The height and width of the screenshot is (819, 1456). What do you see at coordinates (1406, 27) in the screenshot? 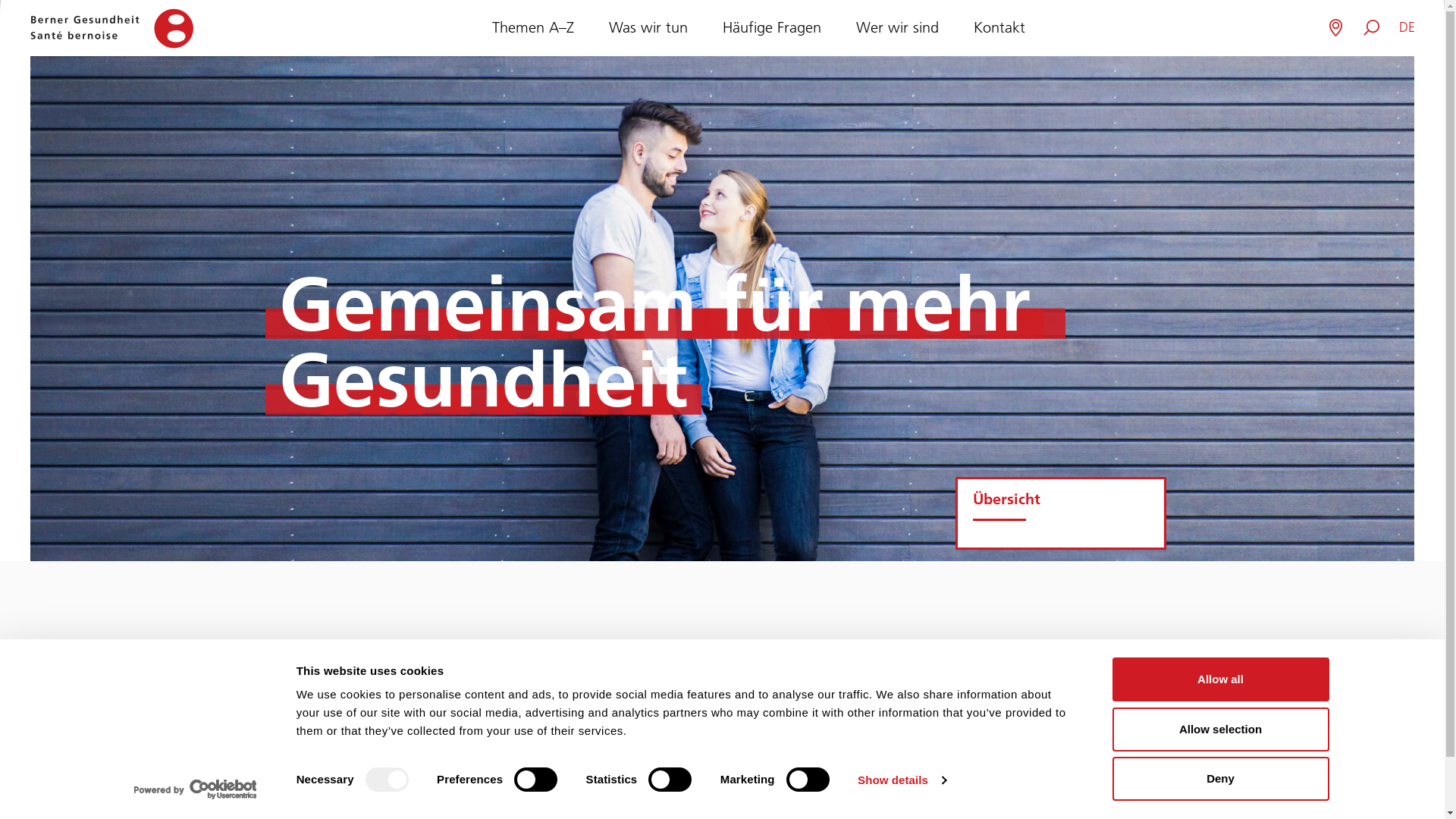
I see `'DE'` at bounding box center [1406, 27].